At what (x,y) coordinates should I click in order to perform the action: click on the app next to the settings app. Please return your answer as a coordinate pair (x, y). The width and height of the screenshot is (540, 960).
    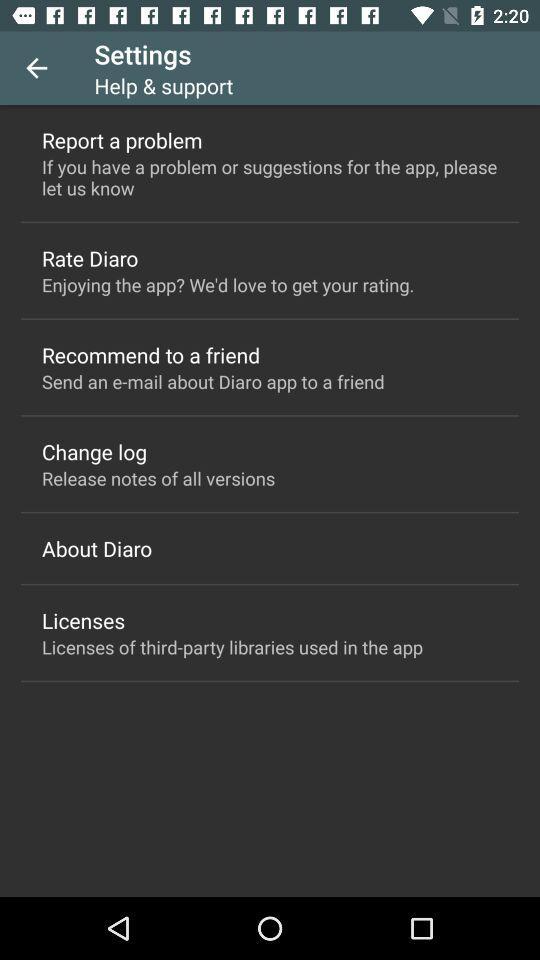
    Looking at the image, I should click on (36, 68).